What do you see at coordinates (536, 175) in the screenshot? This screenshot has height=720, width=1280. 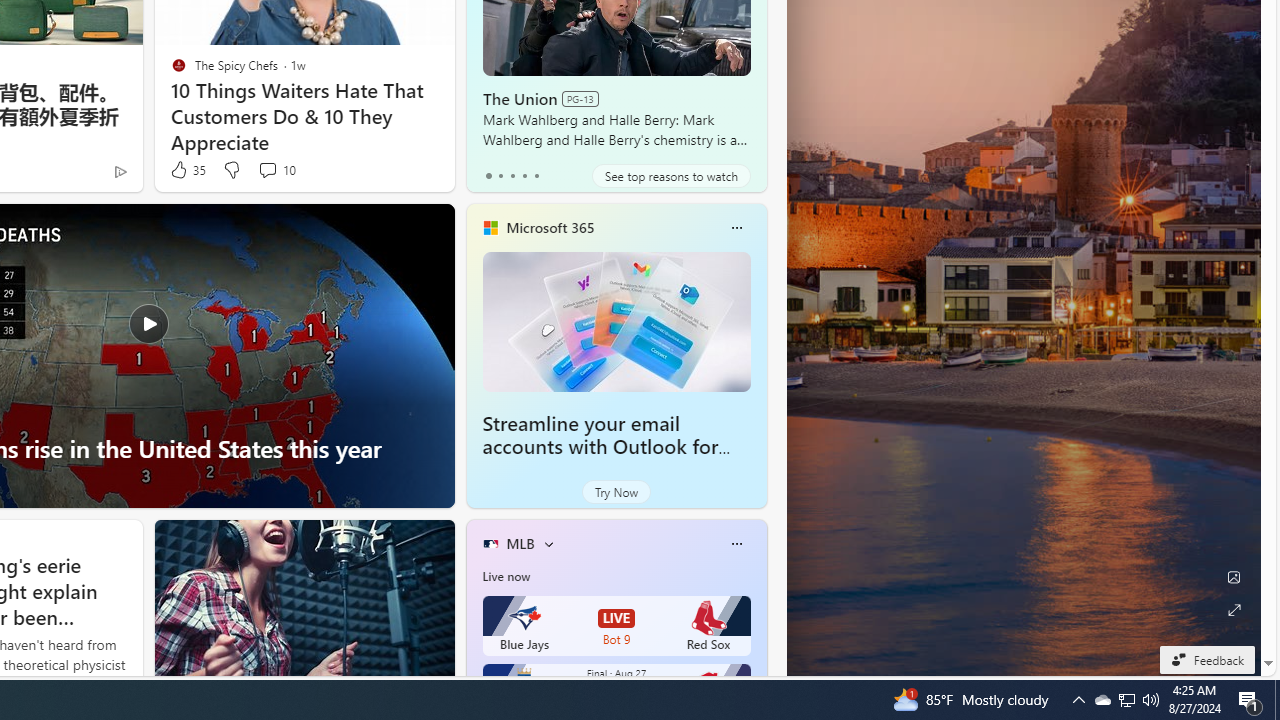 I see `'tab-4'` at bounding box center [536, 175].